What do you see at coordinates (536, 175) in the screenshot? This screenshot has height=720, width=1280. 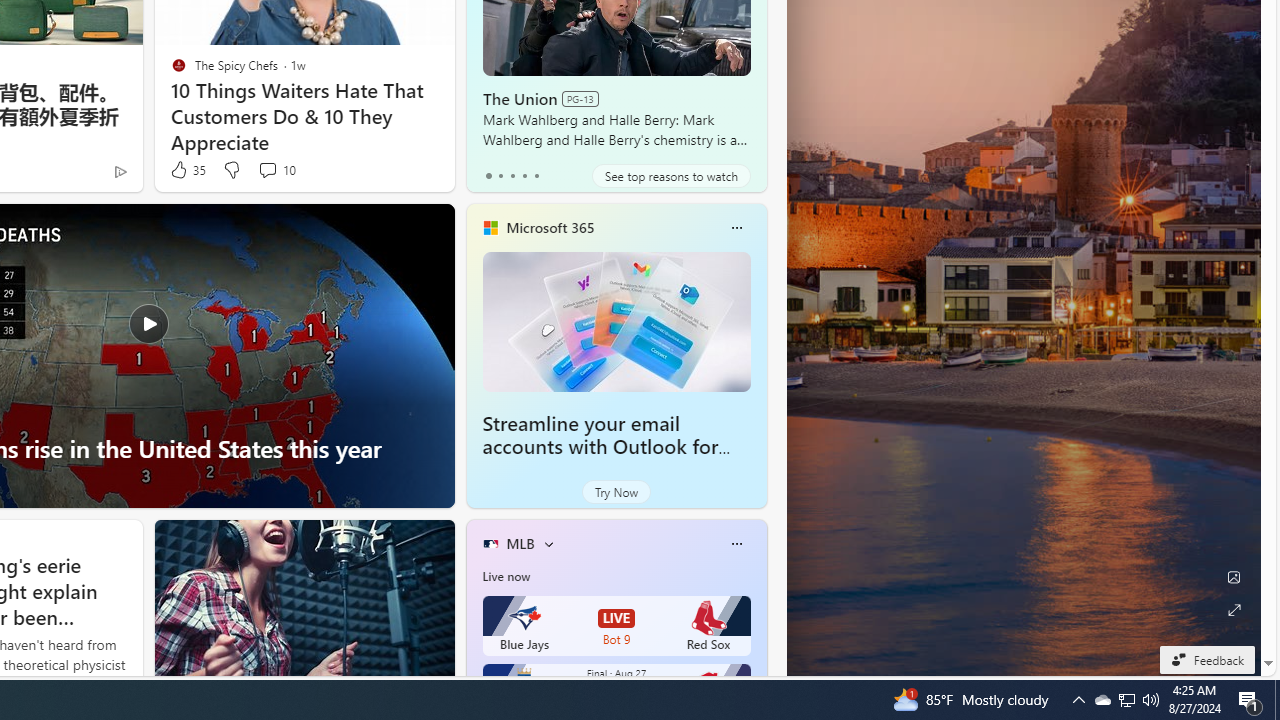 I see `'tab-4'` at bounding box center [536, 175].